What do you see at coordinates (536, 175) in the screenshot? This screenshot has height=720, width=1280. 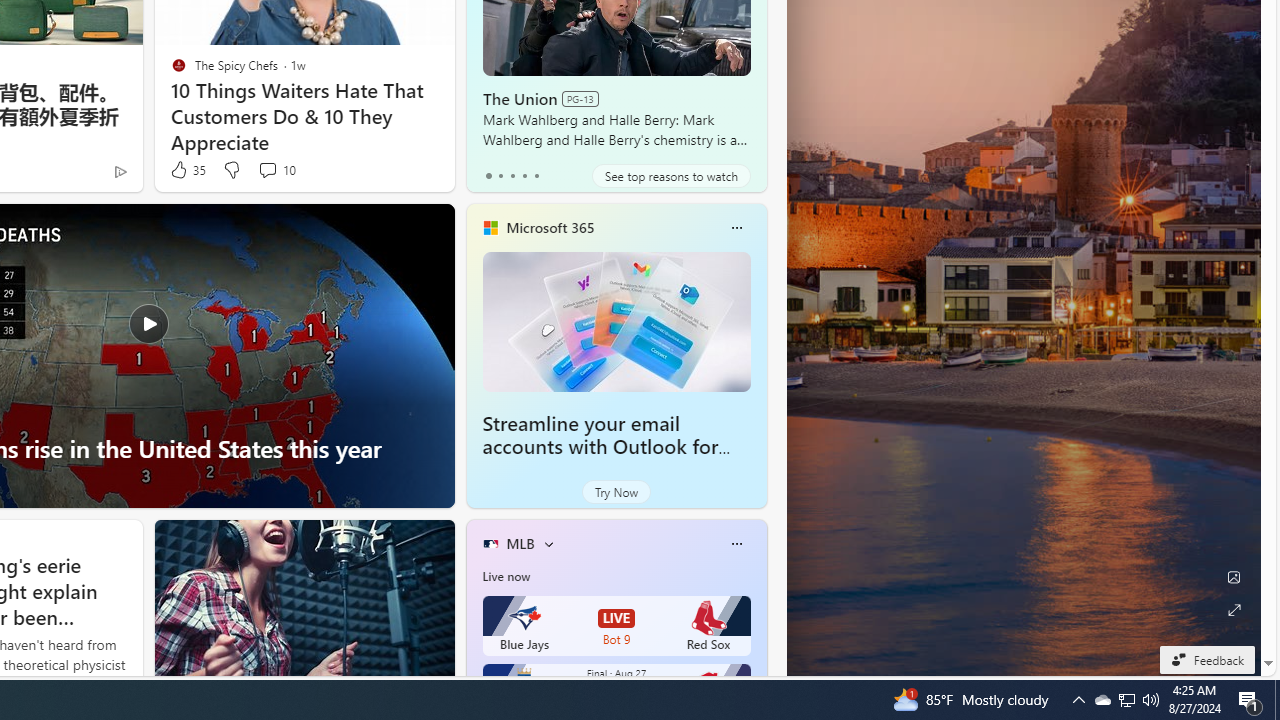 I see `'tab-4'` at bounding box center [536, 175].